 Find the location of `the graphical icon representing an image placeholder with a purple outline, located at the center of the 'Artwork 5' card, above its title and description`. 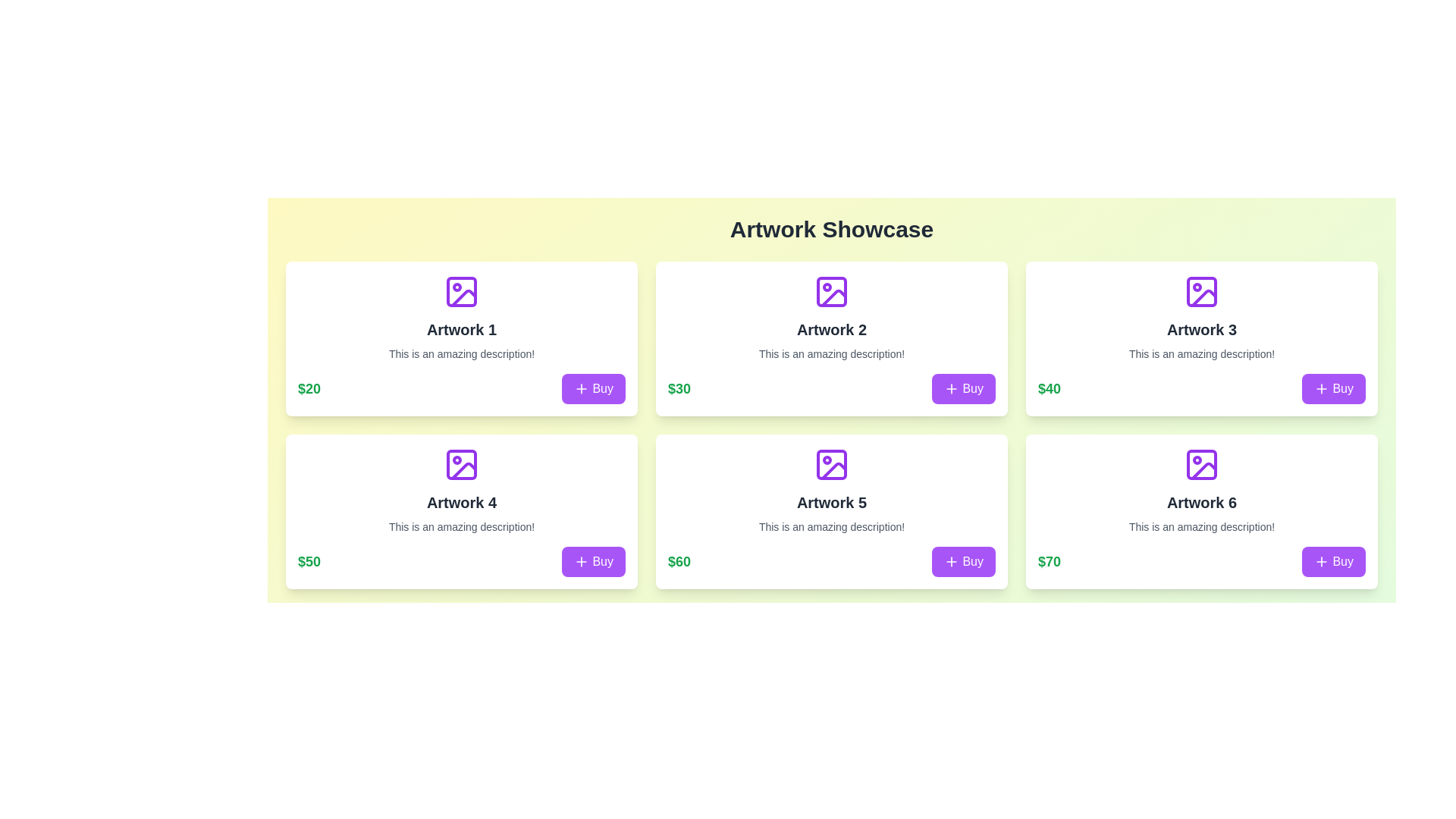

the graphical icon representing an image placeholder with a purple outline, located at the center of the 'Artwork 5' card, above its title and description is located at coordinates (831, 464).